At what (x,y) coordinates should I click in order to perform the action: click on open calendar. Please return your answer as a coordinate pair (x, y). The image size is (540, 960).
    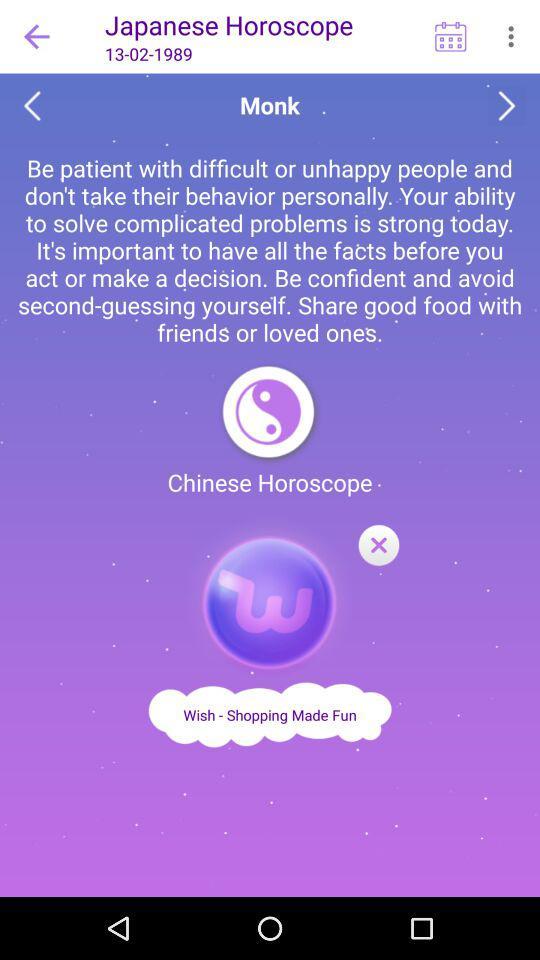
    Looking at the image, I should click on (450, 35).